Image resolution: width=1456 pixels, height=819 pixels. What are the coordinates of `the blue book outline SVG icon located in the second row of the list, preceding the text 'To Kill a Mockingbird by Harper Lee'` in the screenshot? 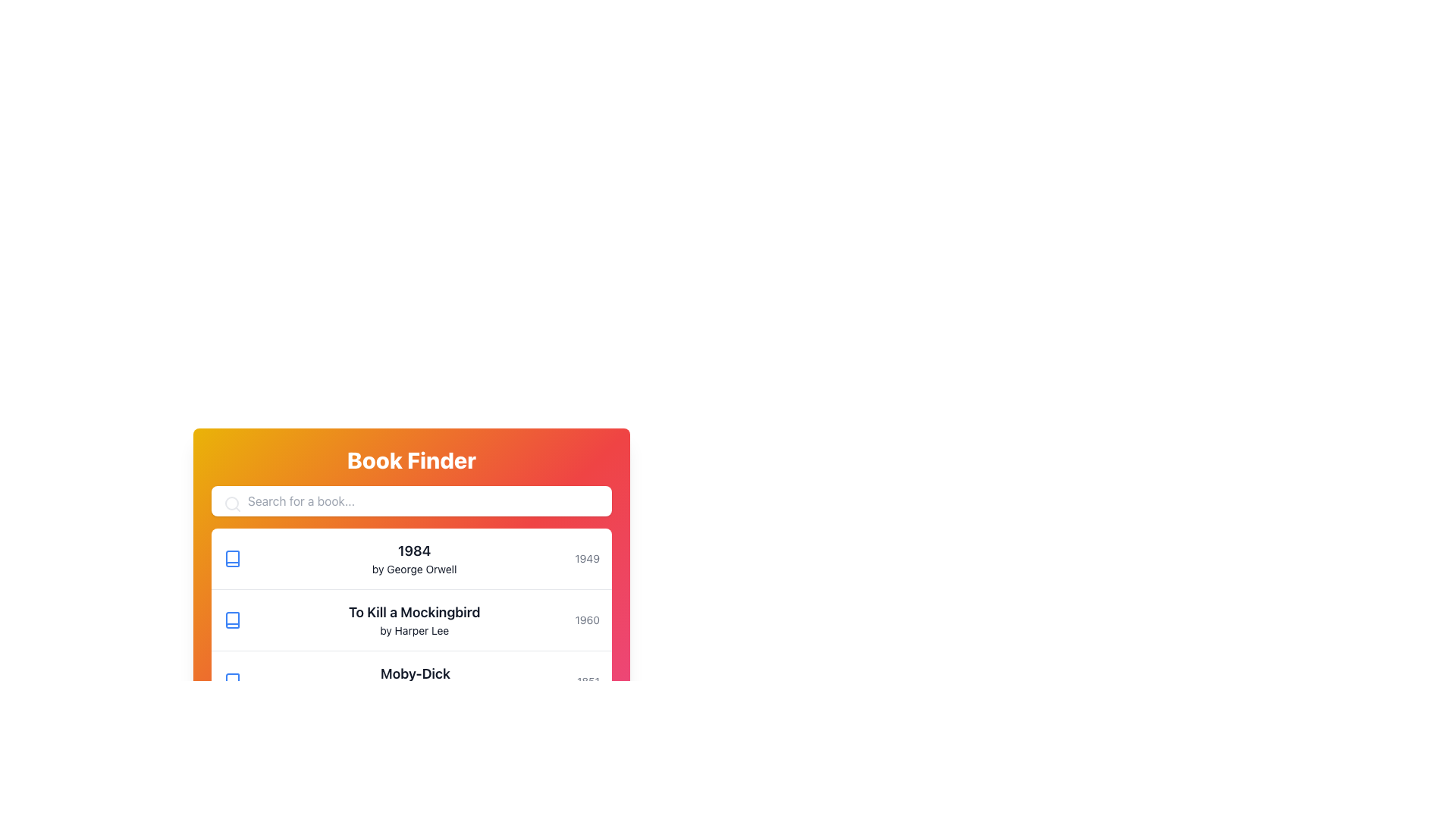 It's located at (232, 620).